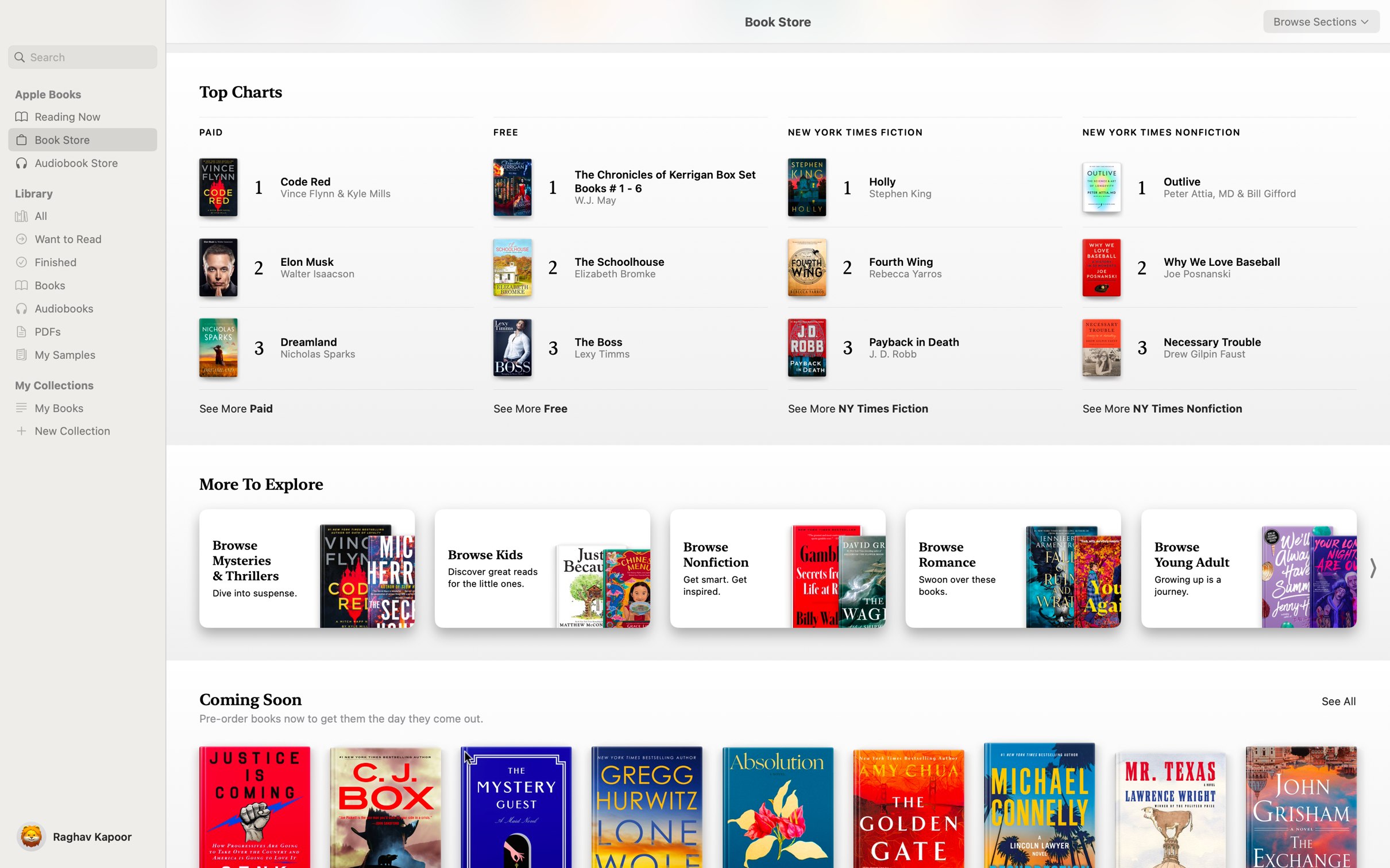 Image resolution: width=1390 pixels, height=868 pixels. Describe the element at coordinates (2615285, 968688) in the screenshot. I see `see which titles are finished` at that location.